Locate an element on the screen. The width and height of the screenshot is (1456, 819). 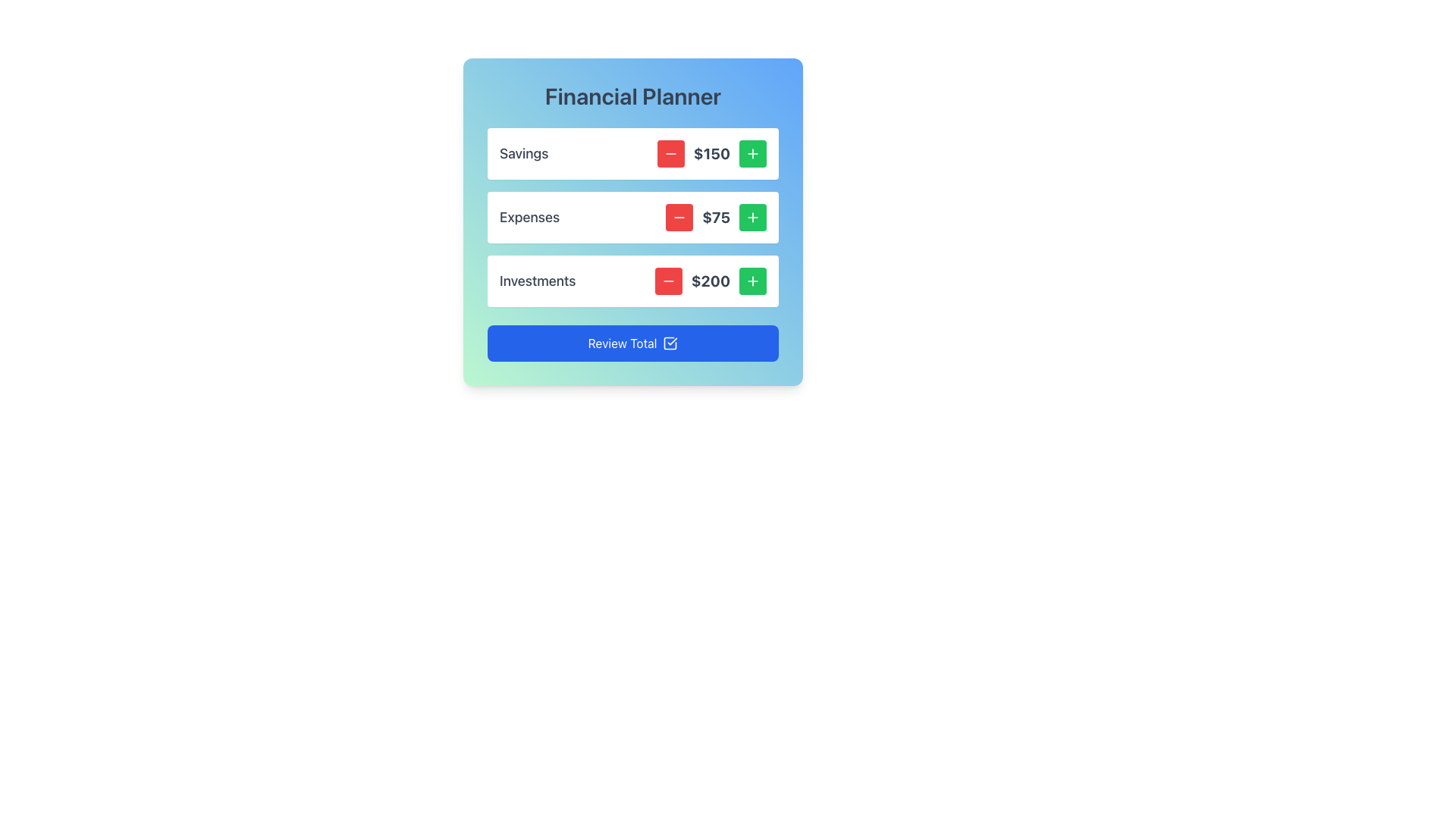
the square-shaped icon with a check mark, which is located to the left of the right border of the blue 'Review Total' button at the bottom of the interface is located at coordinates (670, 343).